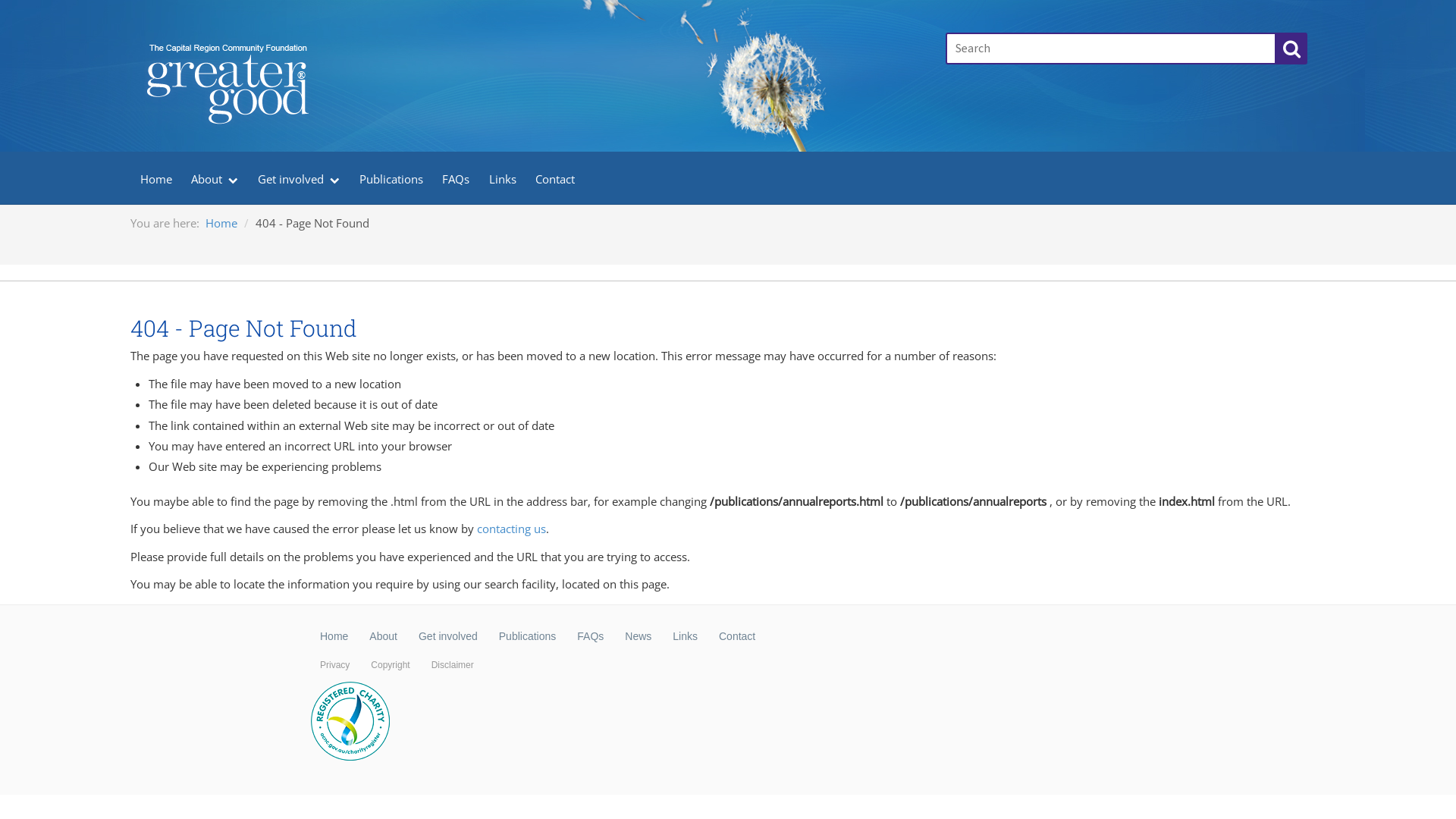 Image resolution: width=1456 pixels, height=819 pixels. I want to click on 'ACNC Registered Charity', so click(350, 721).